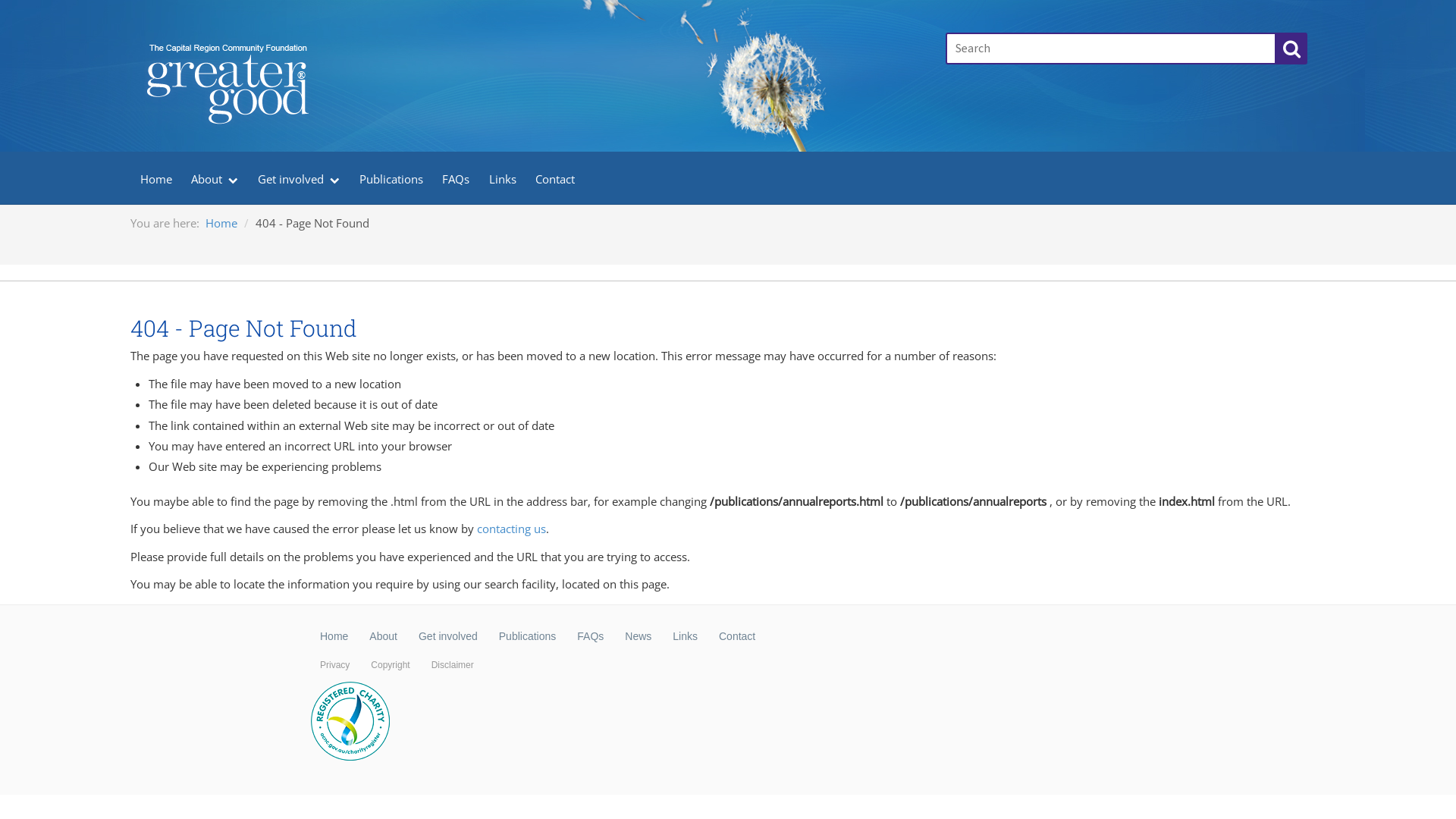 Image resolution: width=1456 pixels, height=819 pixels. I want to click on 'ACNC Registered Charity', so click(350, 721).